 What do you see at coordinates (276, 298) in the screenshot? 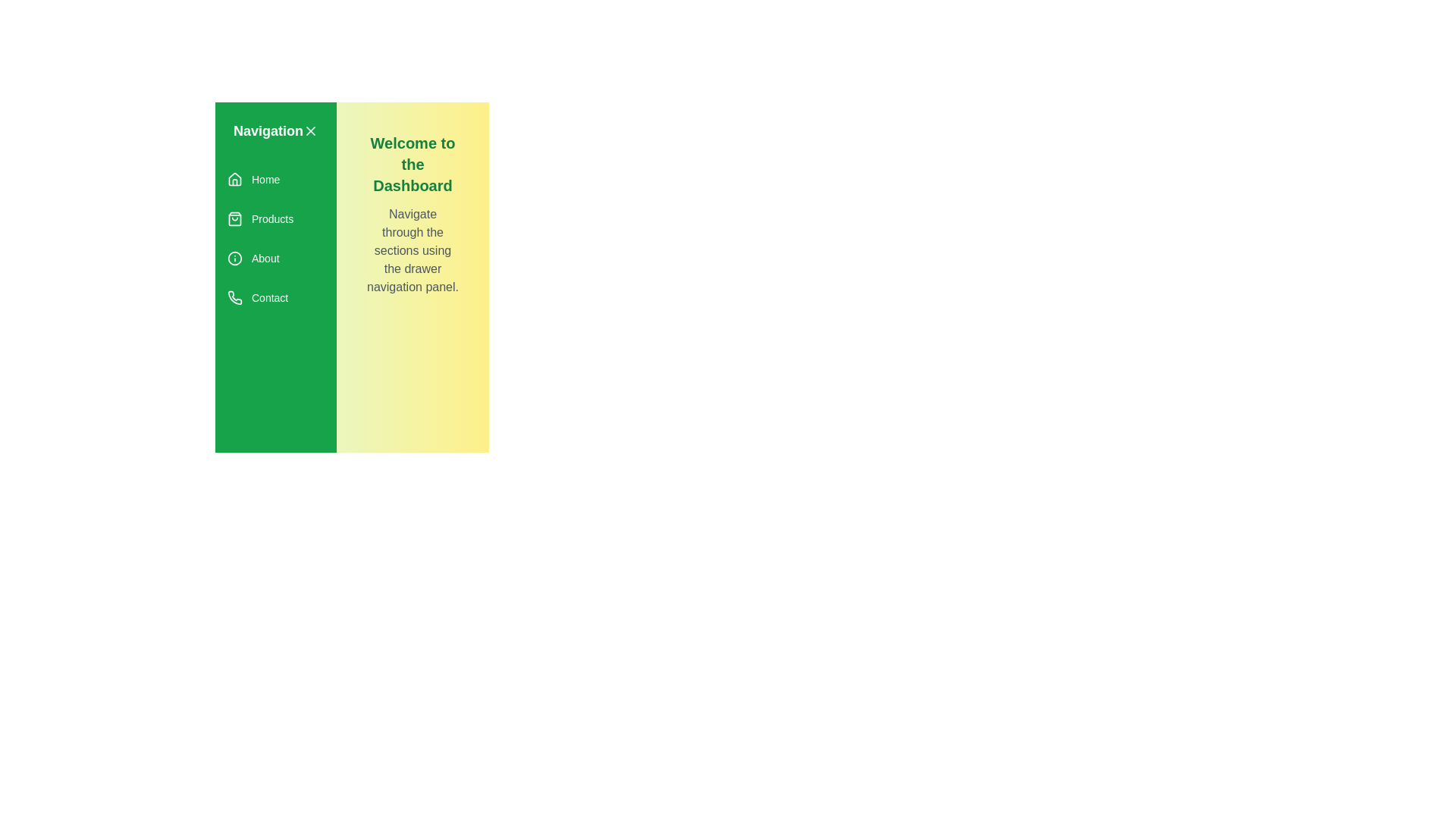
I see `the menu item Contact to observe its hover effect` at bounding box center [276, 298].